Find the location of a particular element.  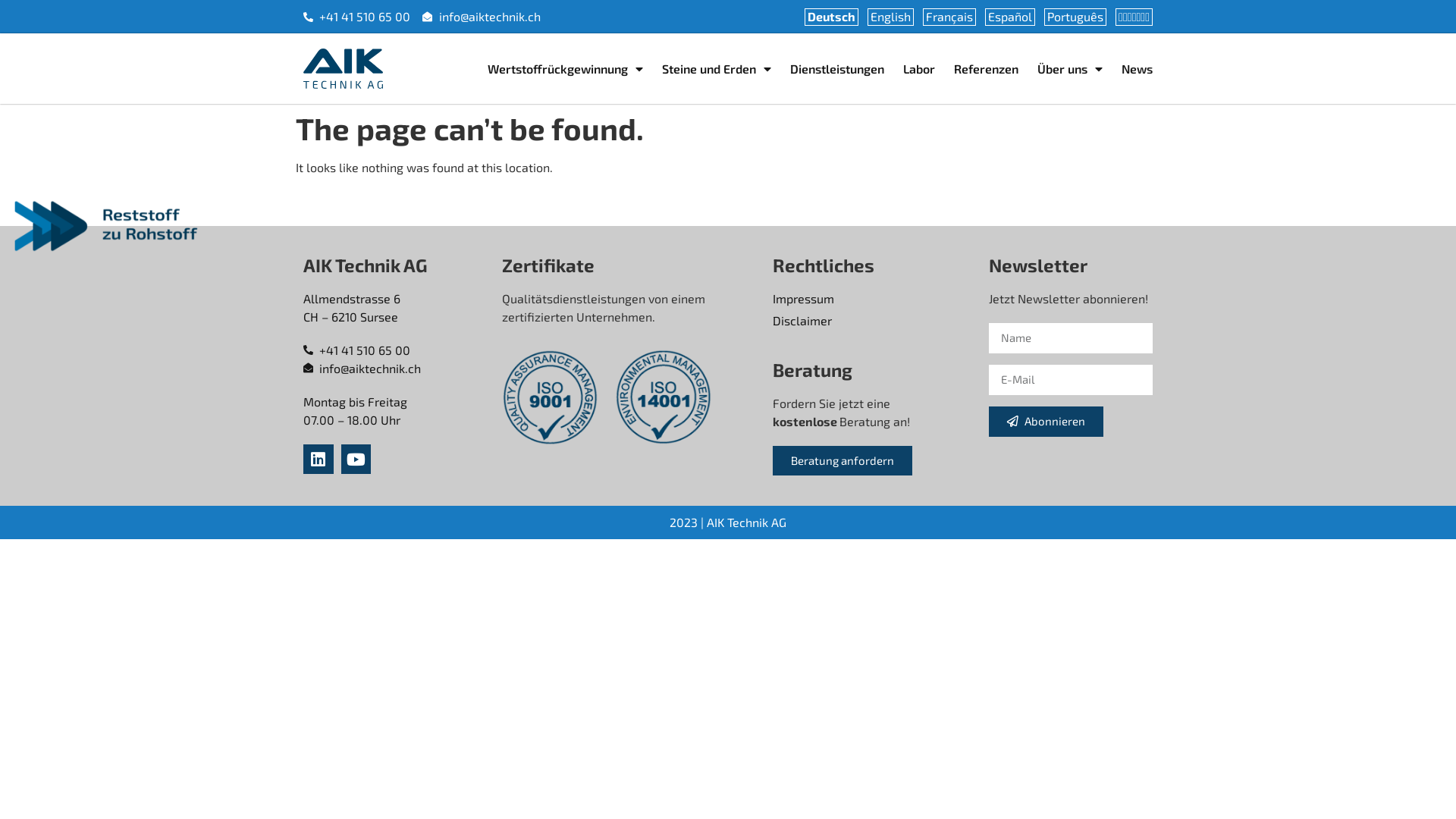

'Disclaimer' is located at coordinates (772, 320).